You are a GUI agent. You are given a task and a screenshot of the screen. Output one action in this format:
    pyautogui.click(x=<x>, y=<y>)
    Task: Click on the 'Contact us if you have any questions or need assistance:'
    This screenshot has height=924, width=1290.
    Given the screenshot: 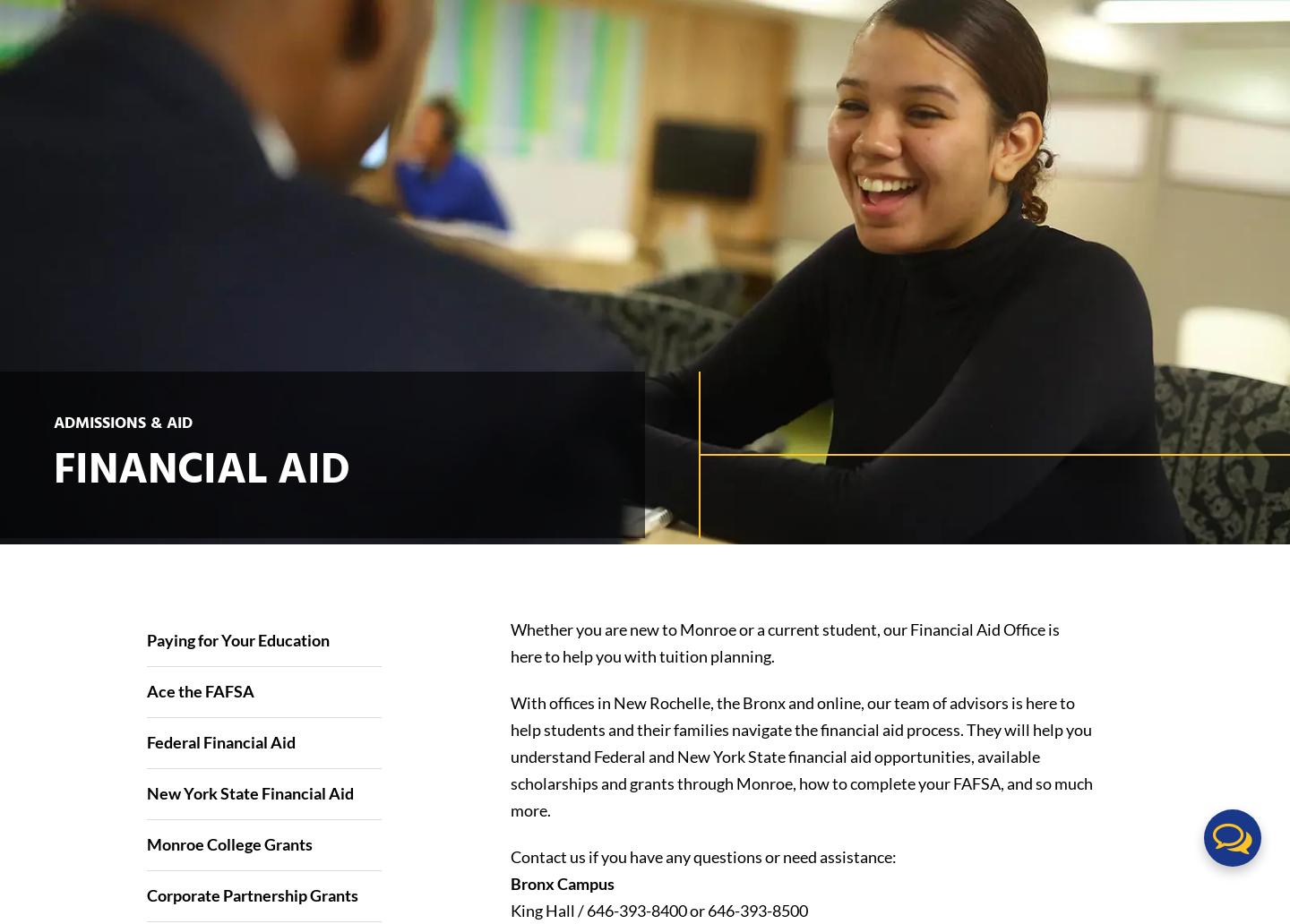 What is the action you would take?
    pyautogui.click(x=702, y=855)
    